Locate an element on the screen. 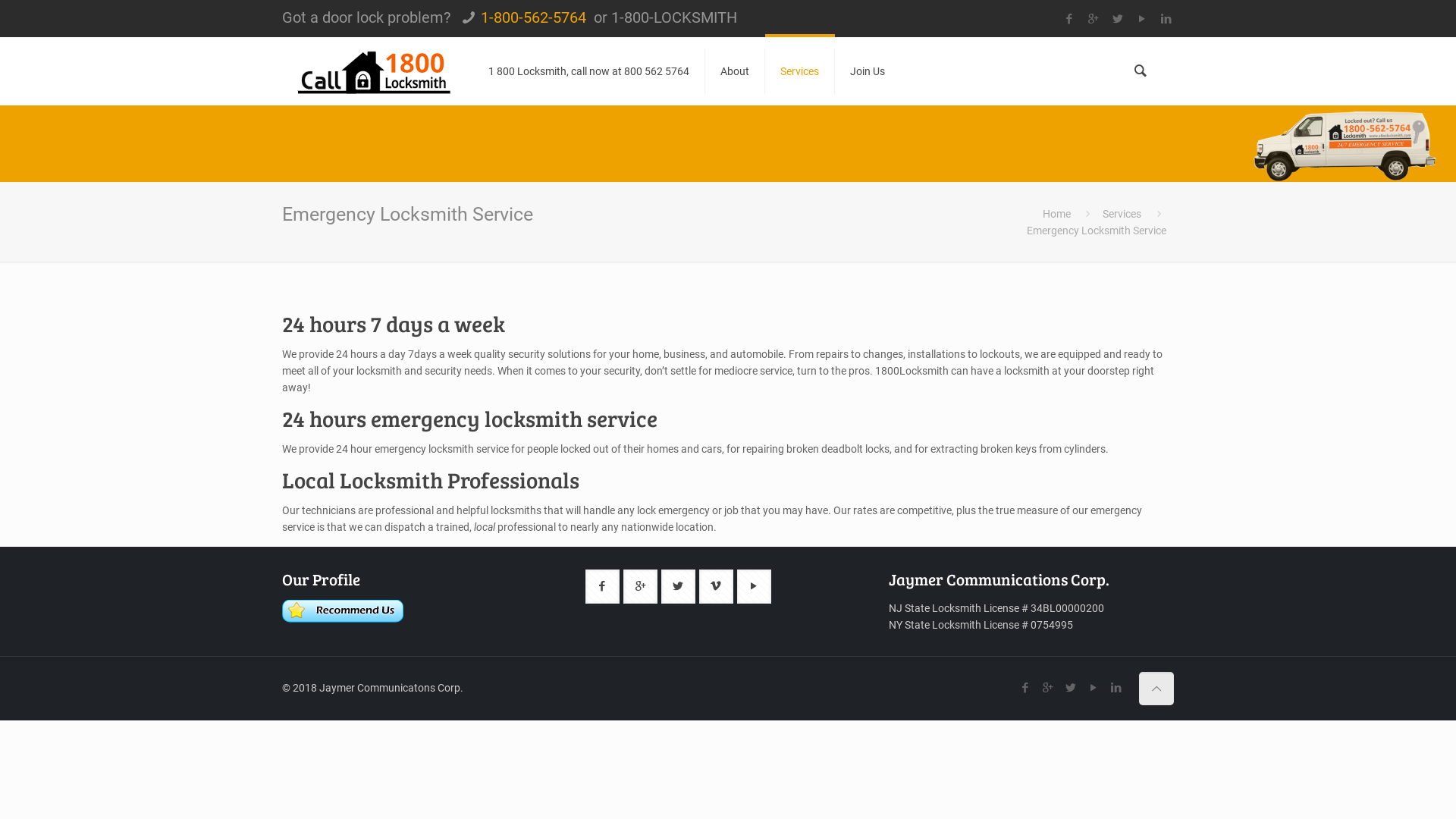 This screenshot has width=1456, height=819. 'Facebook' is located at coordinates (1025, 687).